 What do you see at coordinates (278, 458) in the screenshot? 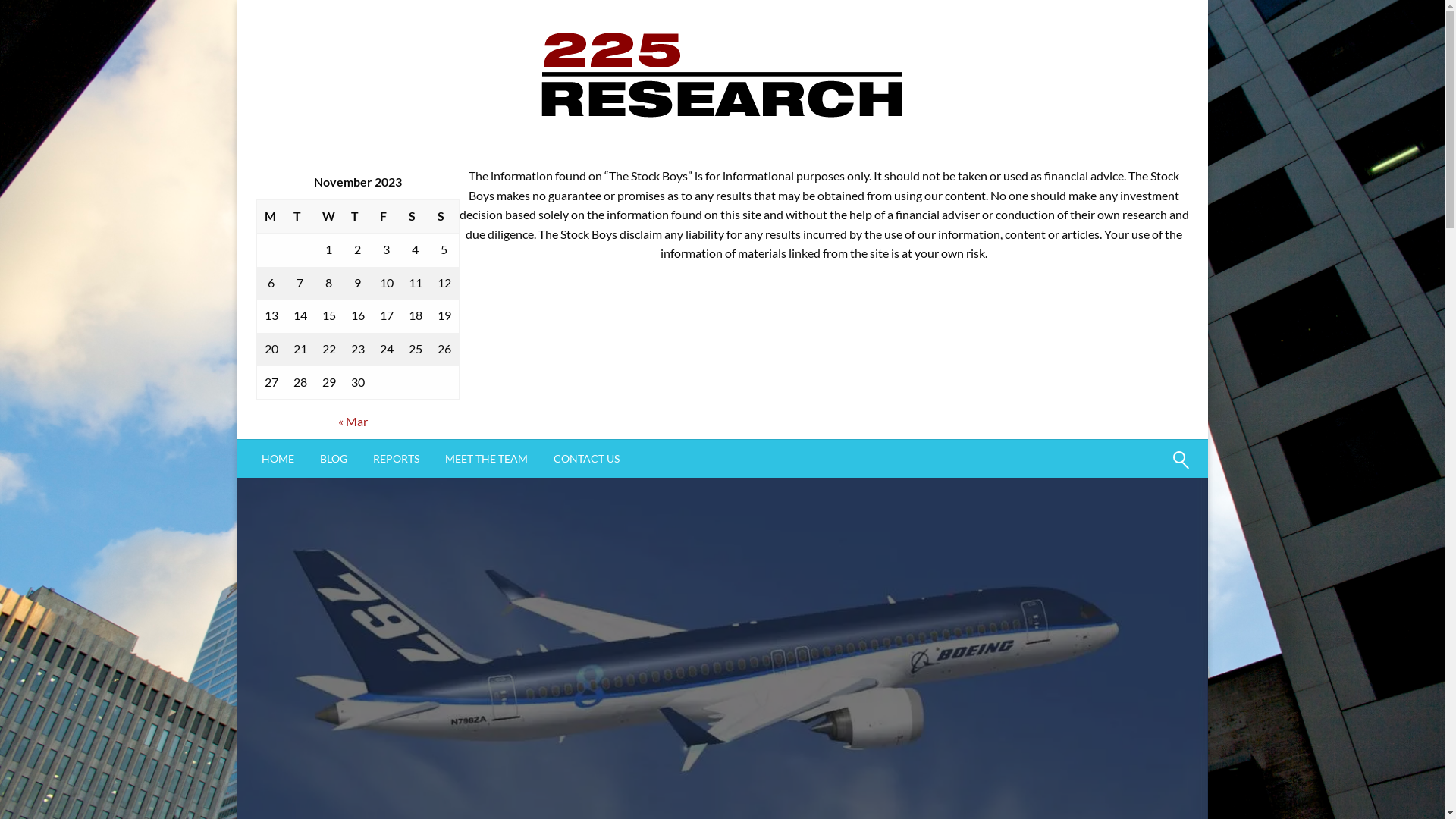
I see `'HOME'` at bounding box center [278, 458].